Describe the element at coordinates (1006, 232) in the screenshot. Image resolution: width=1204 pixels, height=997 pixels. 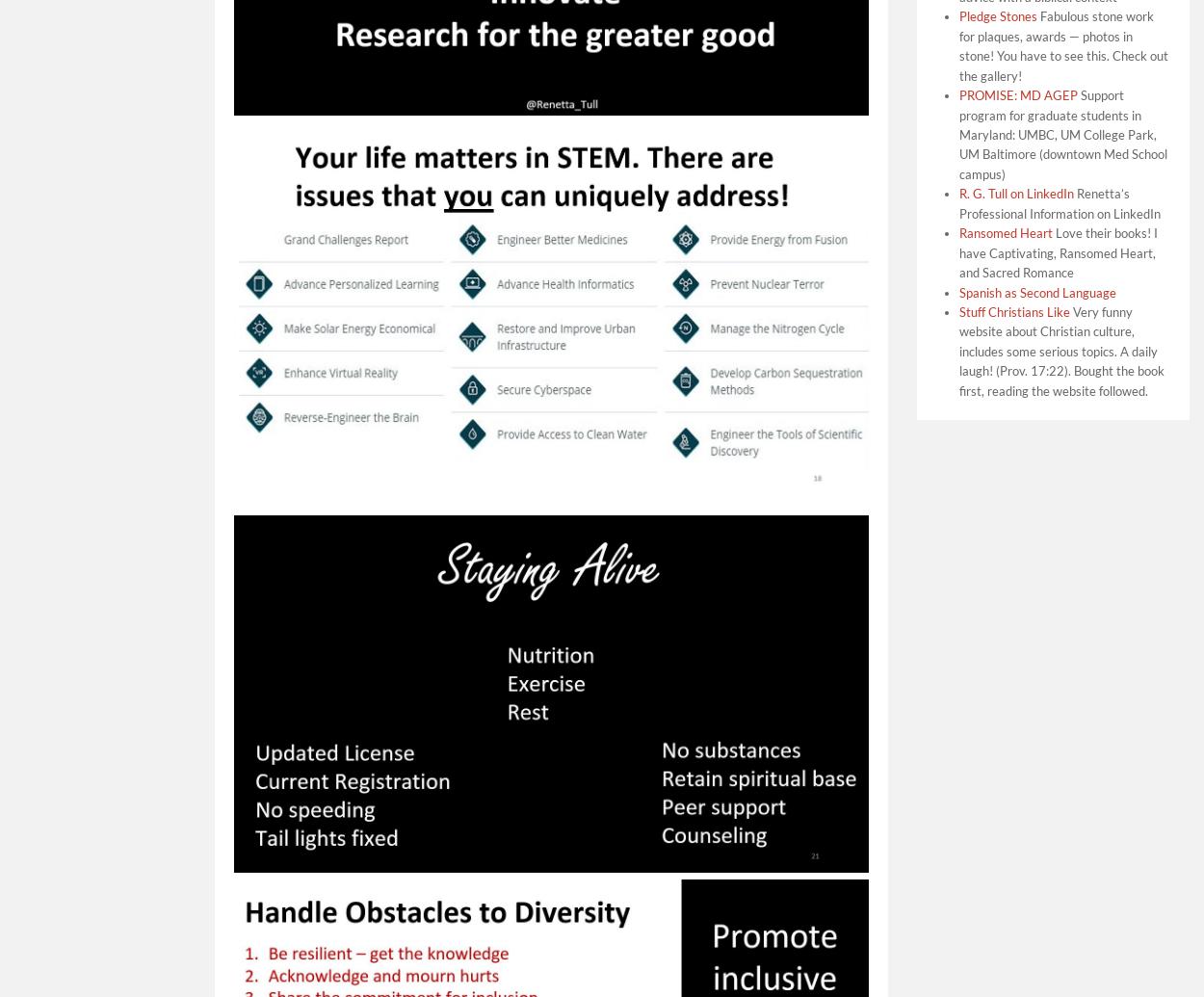
I see `'Ransomed Heart'` at that location.